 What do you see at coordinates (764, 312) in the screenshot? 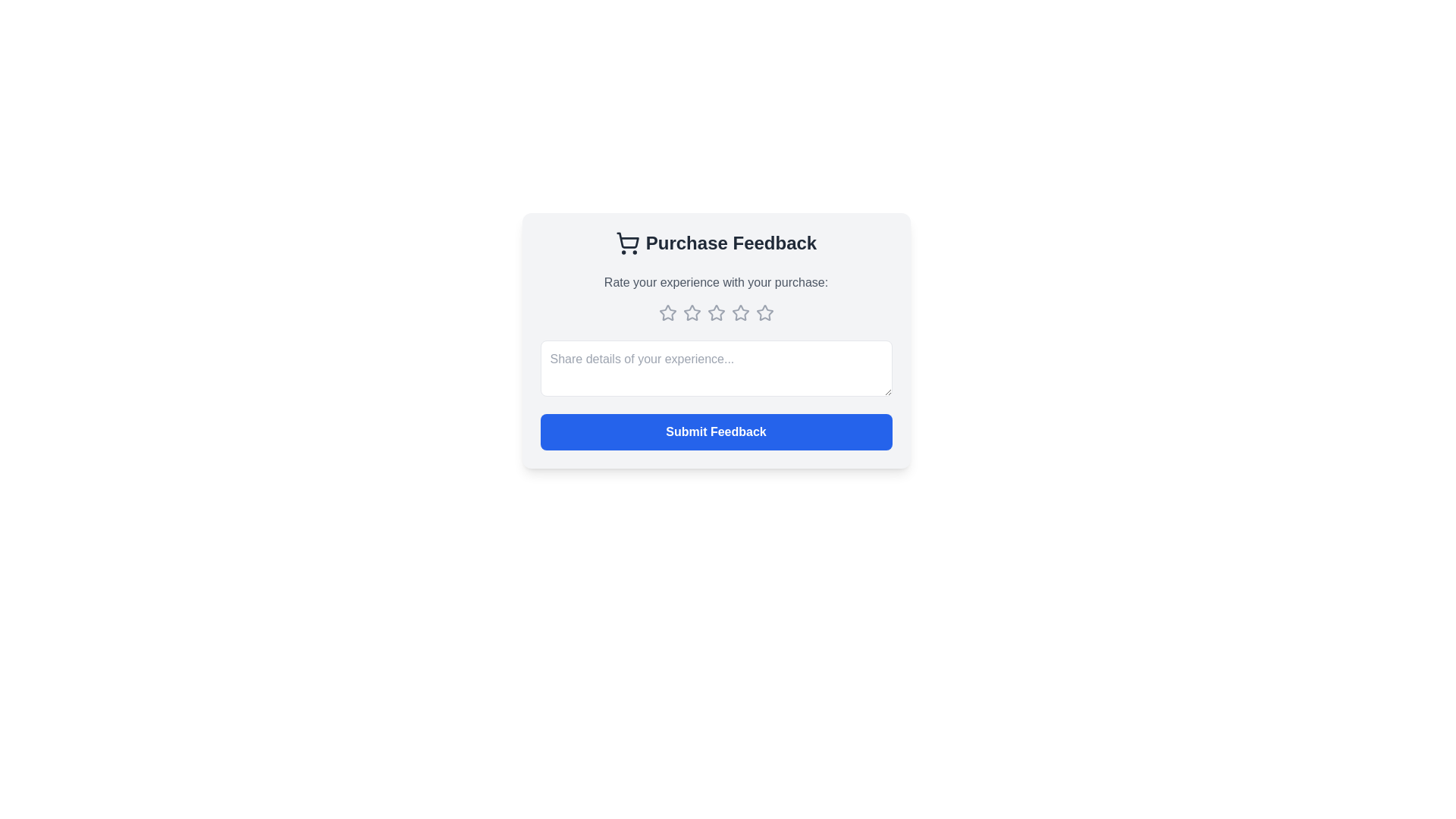
I see `the fifth star icon in the rating tool` at bounding box center [764, 312].